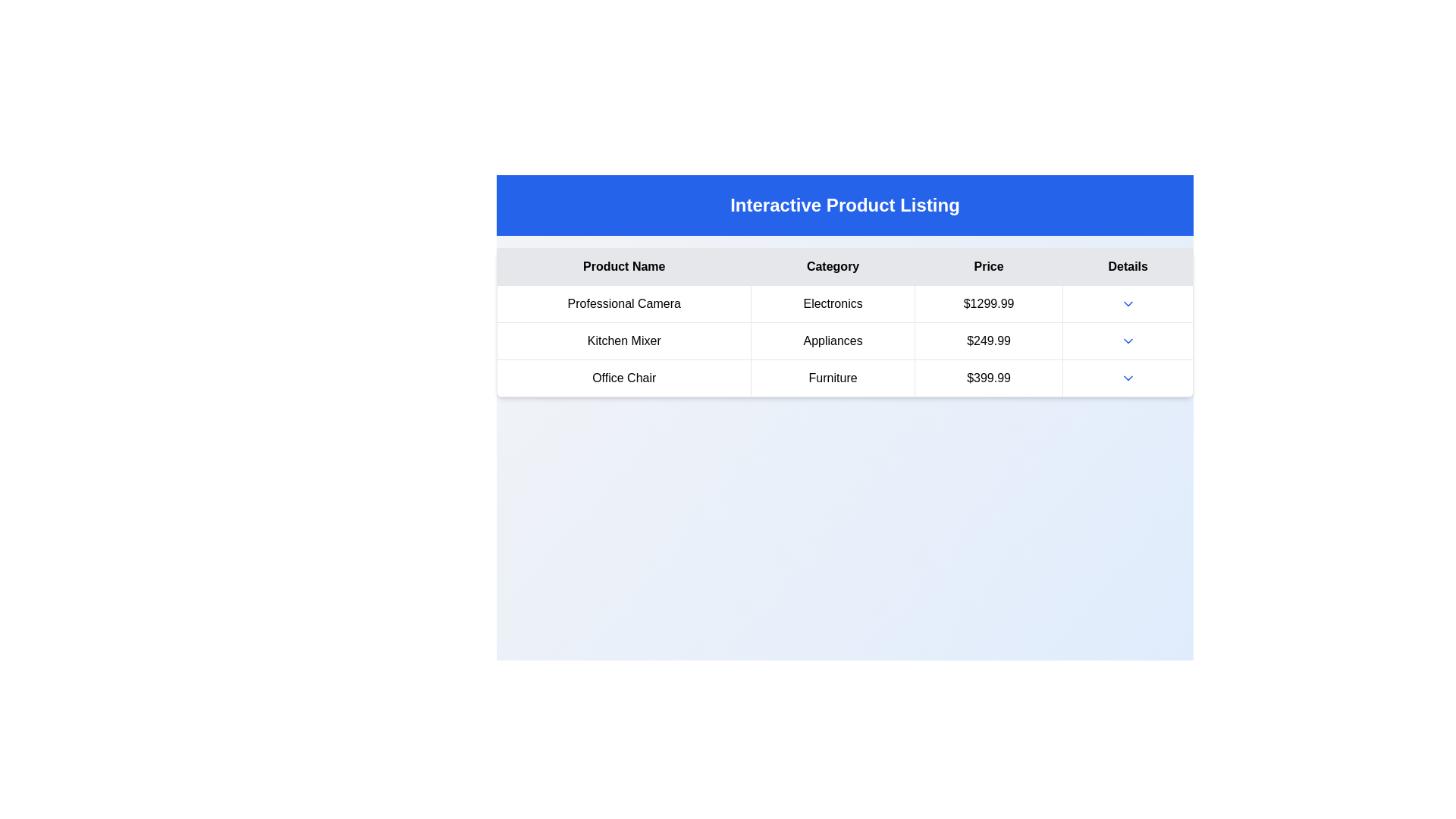  What do you see at coordinates (832, 341) in the screenshot?
I see `text content of the Text Label element that displays 'Appliances' in a bold black font, located in the second column of the row labeled 'Kitchen Mixer' under the 'Category' section` at bounding box center [832, 341].